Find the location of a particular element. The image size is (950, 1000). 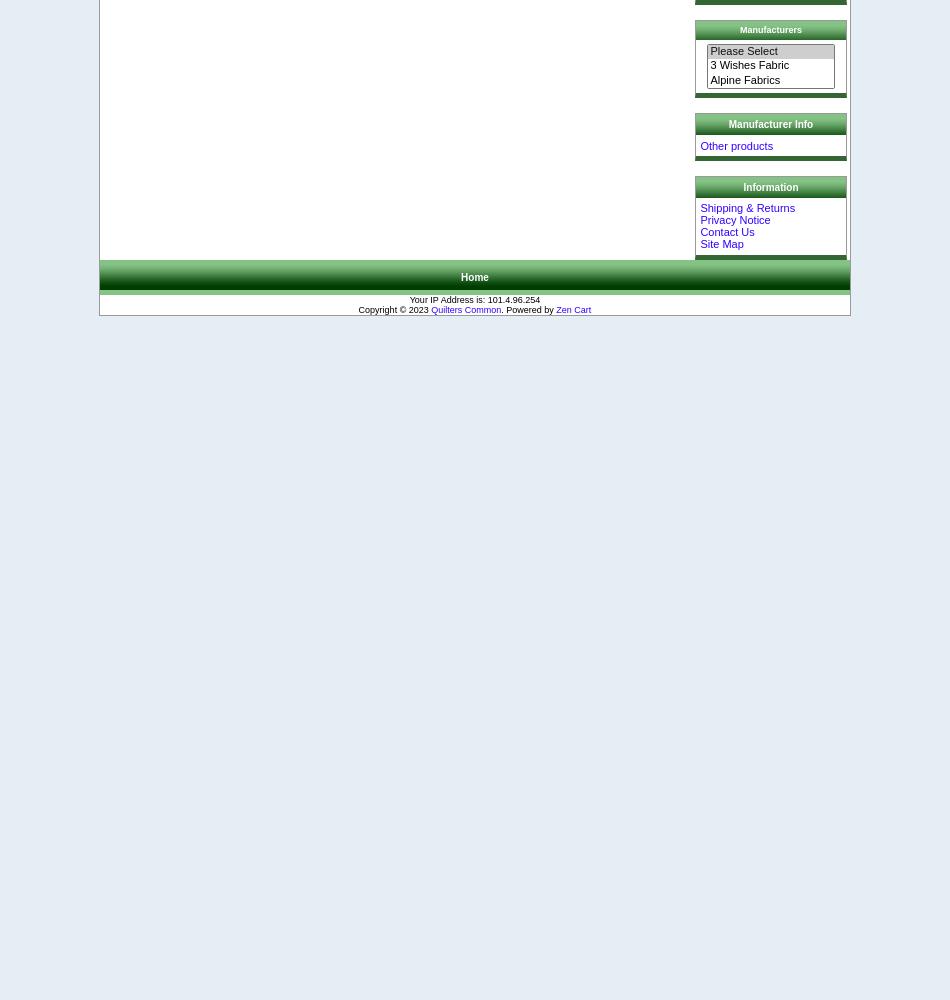

'Contact Us' is located at coordinates (726, 231).